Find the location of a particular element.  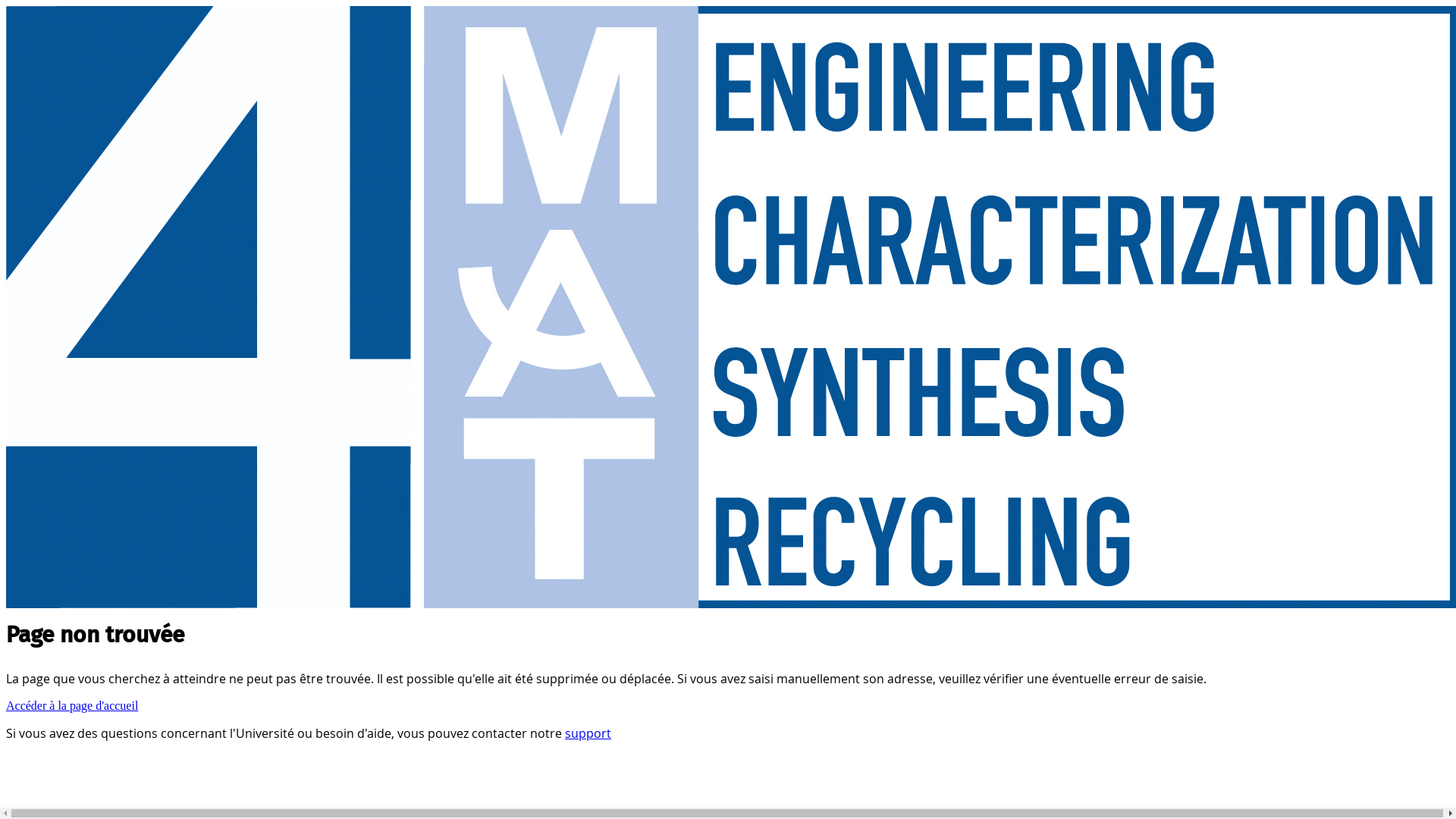

'support' is located at coordinates (587, 733).